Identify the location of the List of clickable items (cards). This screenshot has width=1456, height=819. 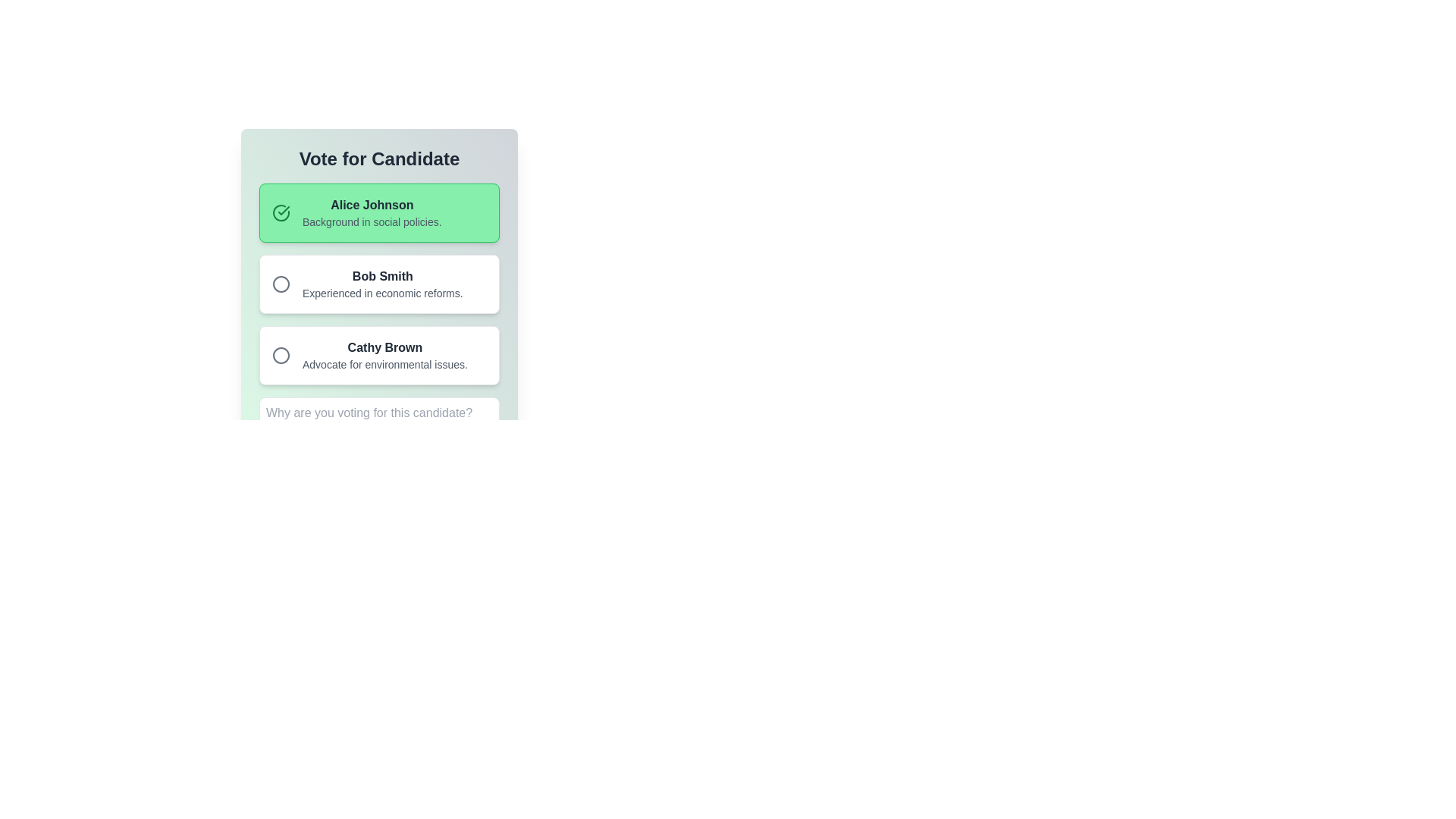
(379, 284).